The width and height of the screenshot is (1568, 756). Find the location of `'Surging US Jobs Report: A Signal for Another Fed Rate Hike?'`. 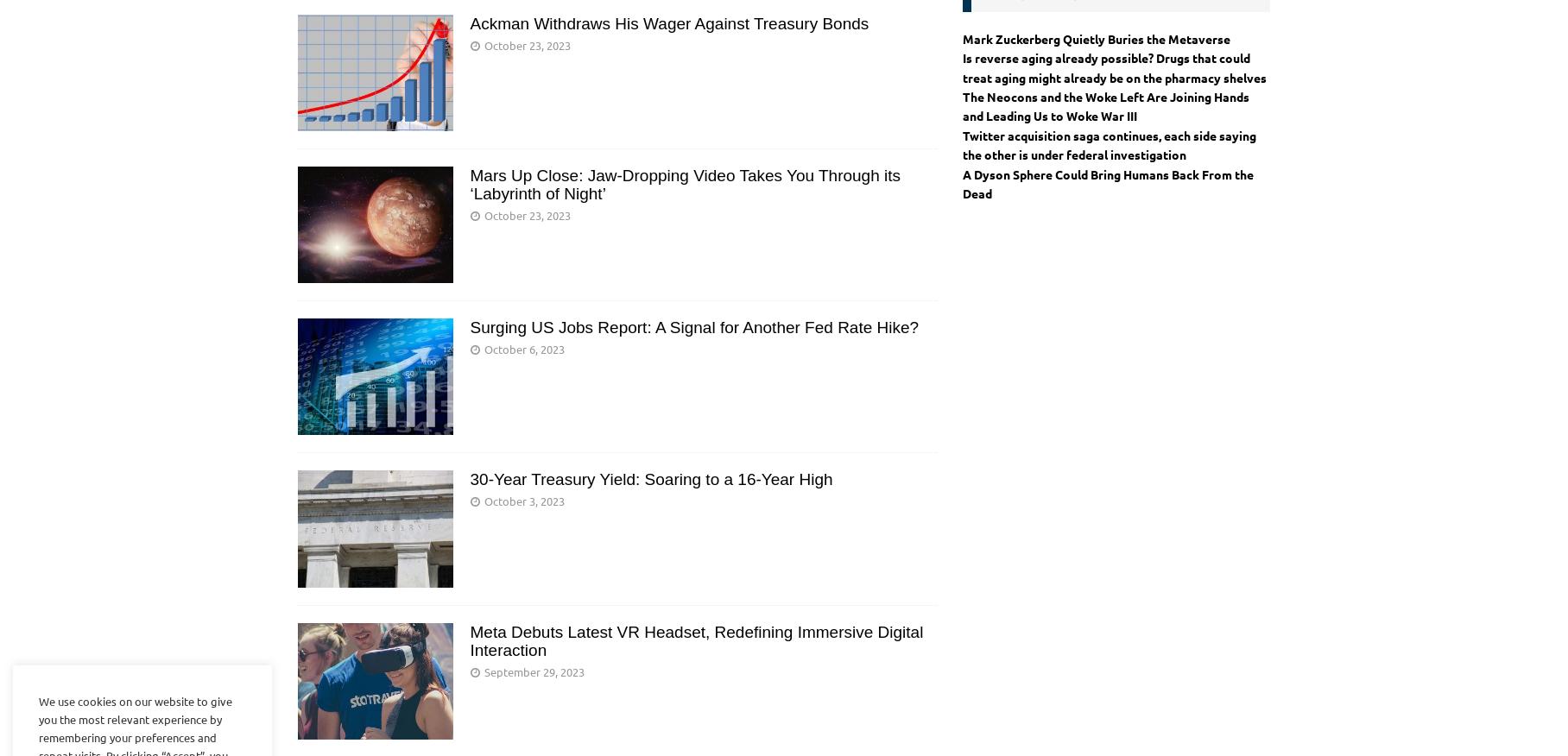

'Surging US Jobs Report: A Signal for Another Fed Rate Hike?' is located at coordinates (470, 326).